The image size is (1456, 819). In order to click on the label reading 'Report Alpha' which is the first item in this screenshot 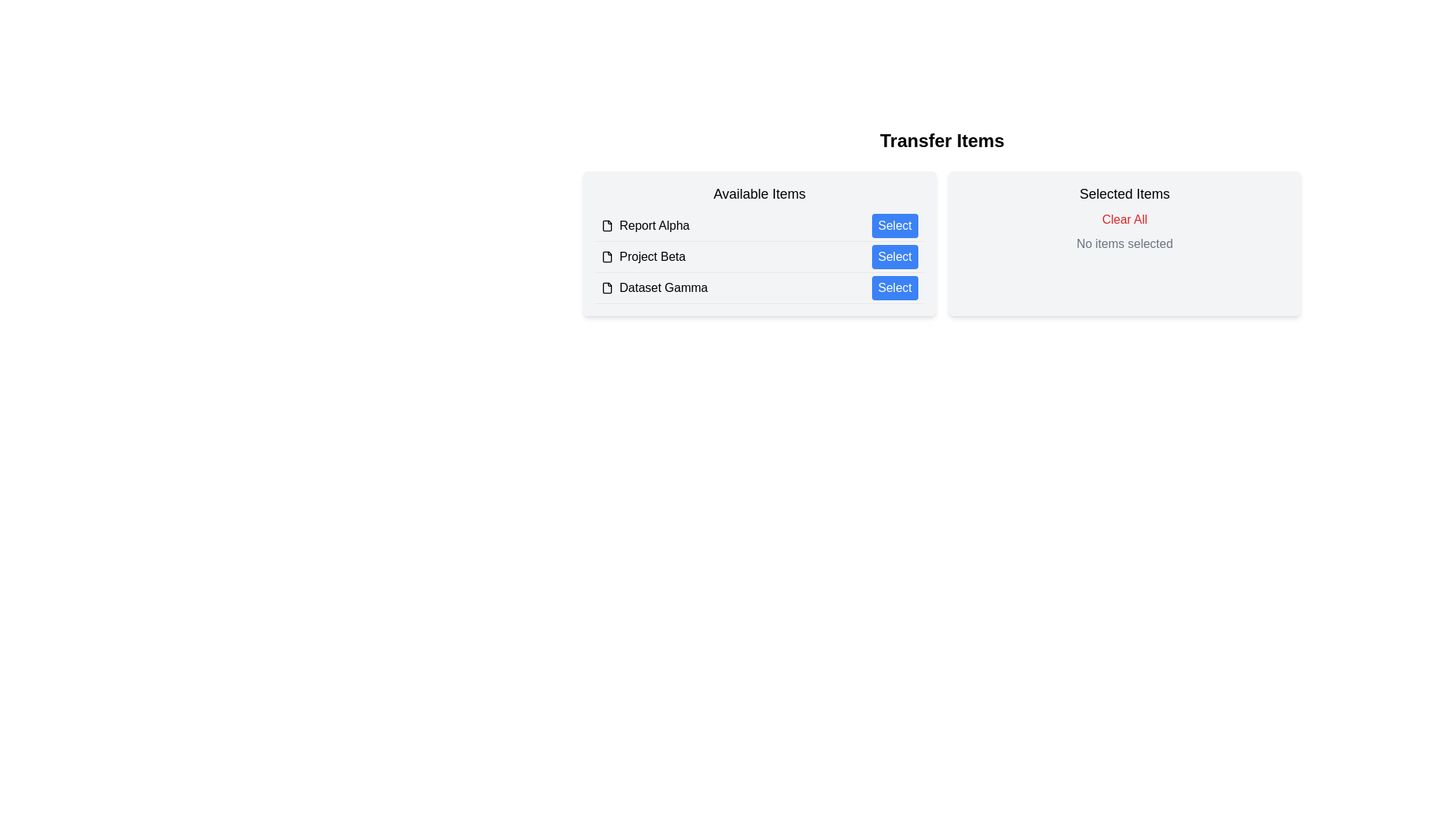, I will do `click(645, 225)`.